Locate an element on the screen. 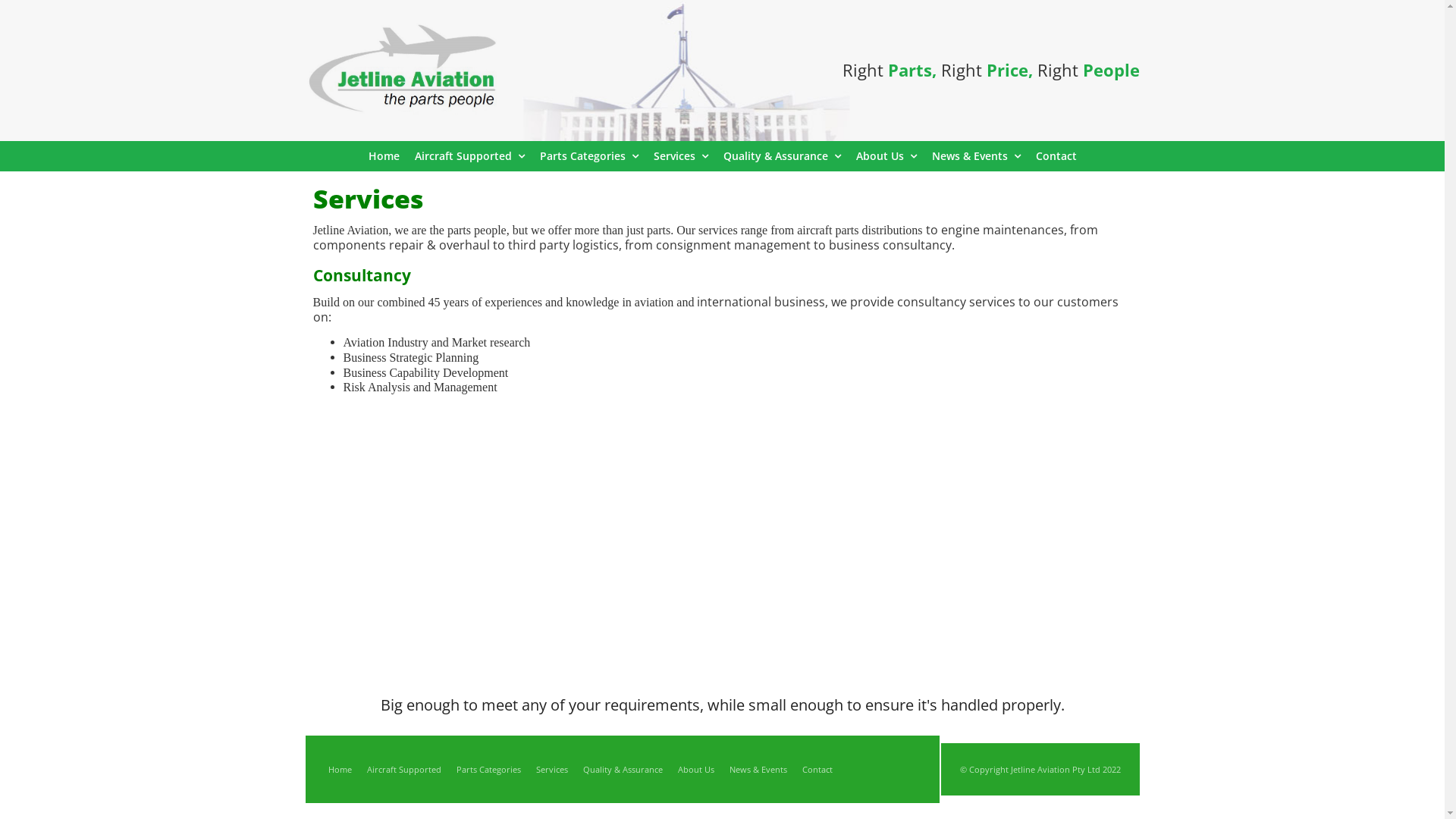 This screenshot has width=1456, height=819. 'Quality & Assurance' is located at coordinates (782, 155).